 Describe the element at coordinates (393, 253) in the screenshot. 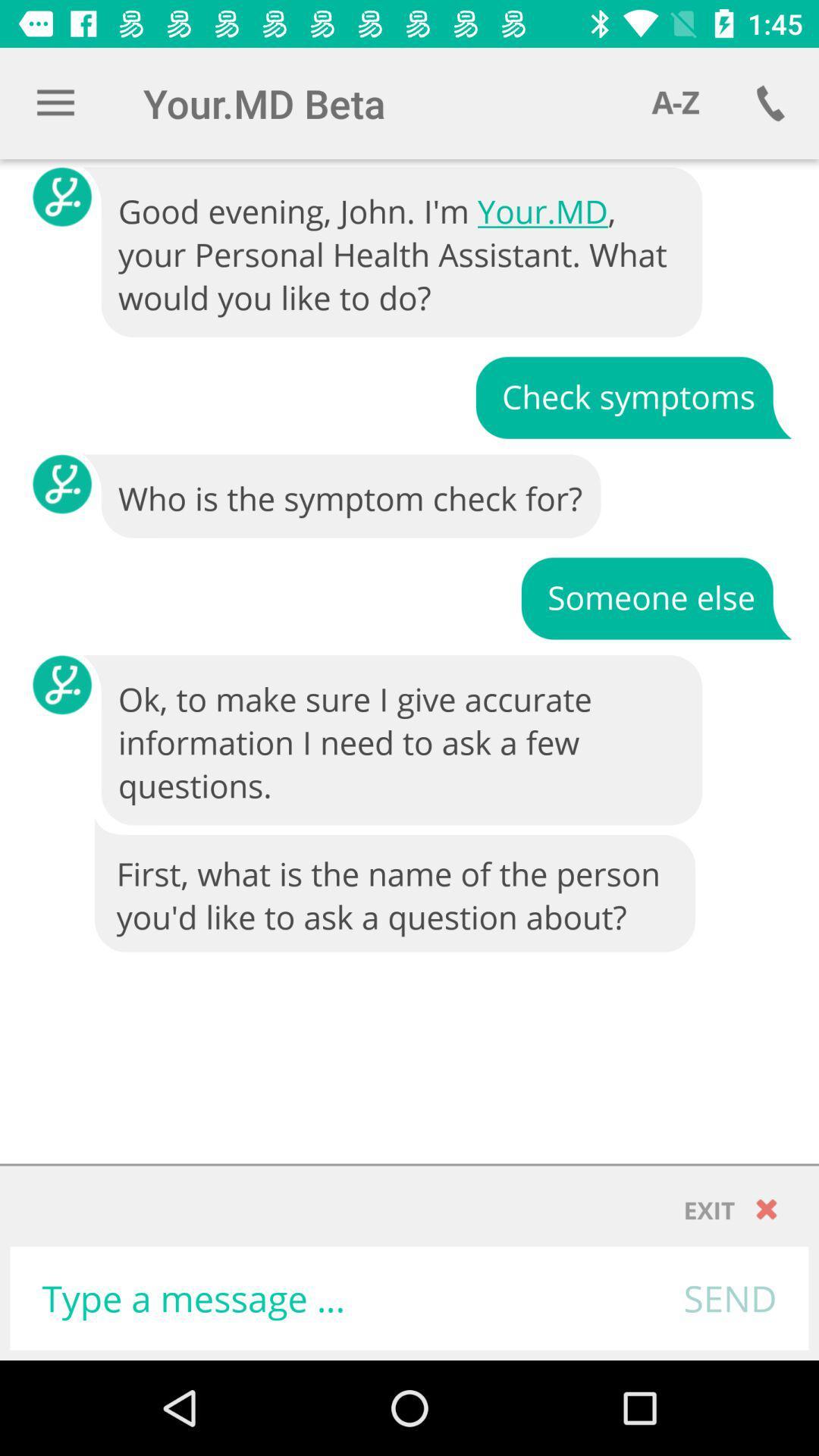

I see `item above check symptoms item` at that location.